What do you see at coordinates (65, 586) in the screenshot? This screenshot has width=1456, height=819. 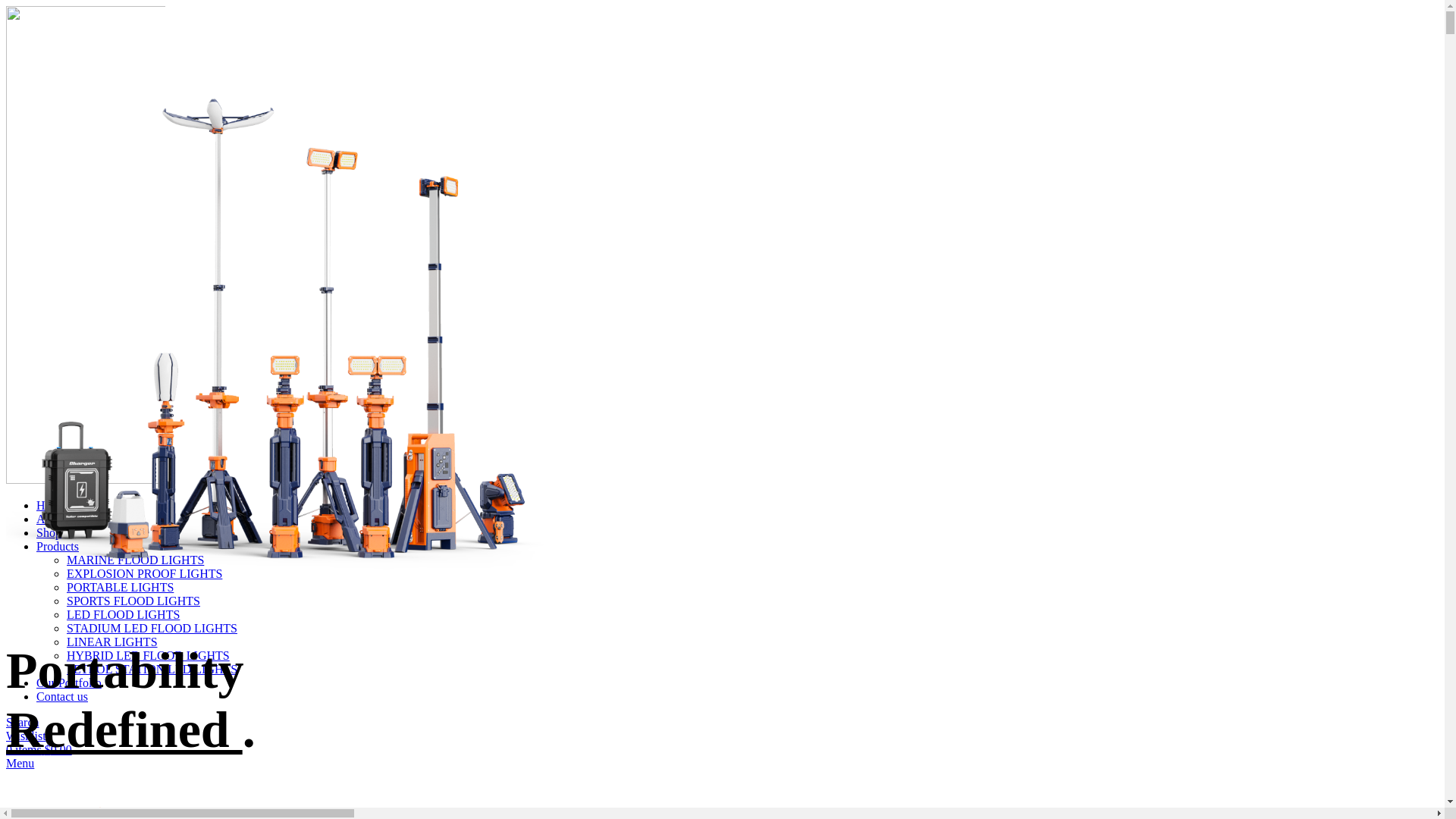 I see `'PORTABLE LIGHTS'` at bounding box center [65, 586].